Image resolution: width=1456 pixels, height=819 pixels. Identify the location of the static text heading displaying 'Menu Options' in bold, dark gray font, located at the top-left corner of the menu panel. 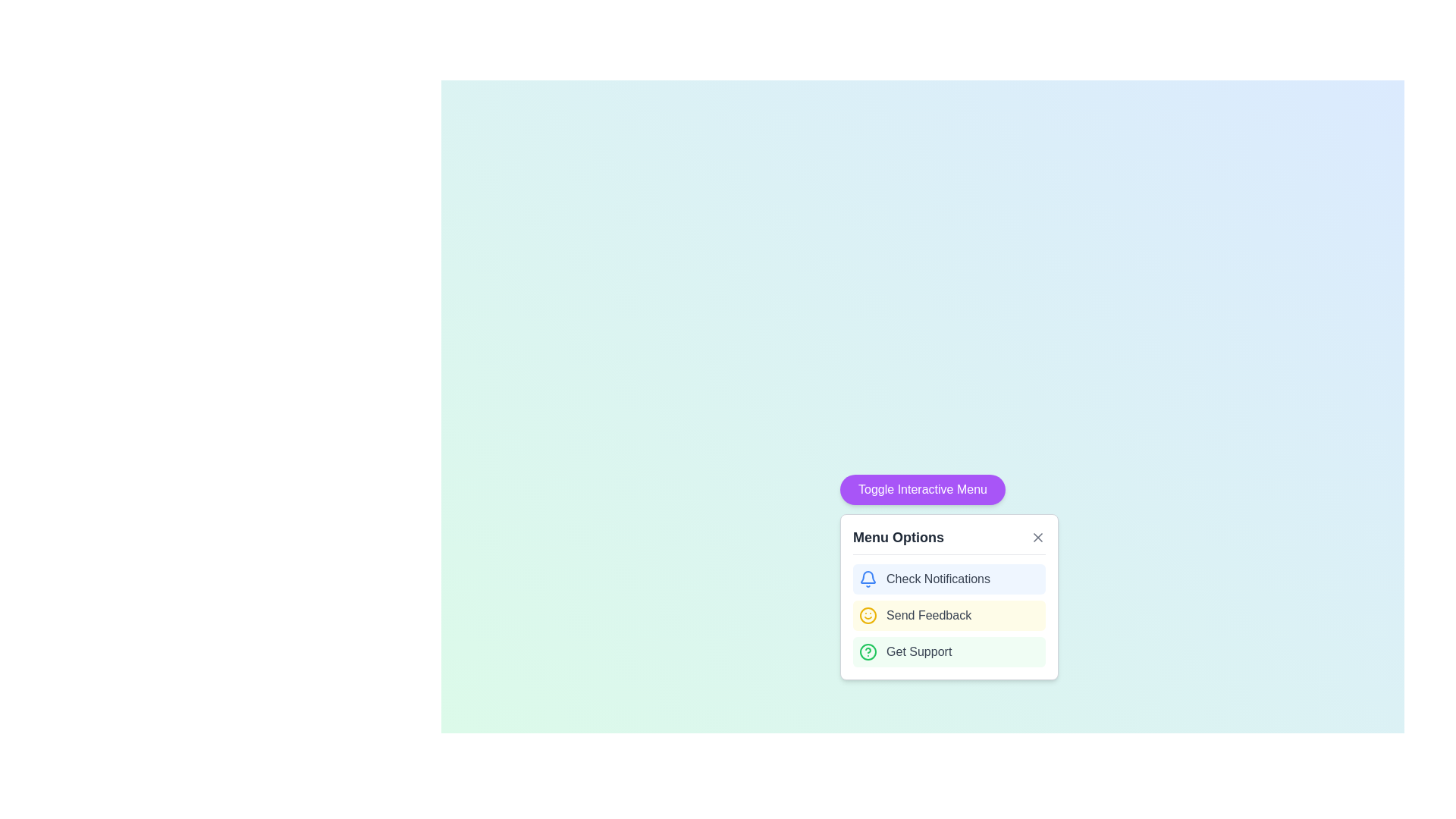
(899, 537).